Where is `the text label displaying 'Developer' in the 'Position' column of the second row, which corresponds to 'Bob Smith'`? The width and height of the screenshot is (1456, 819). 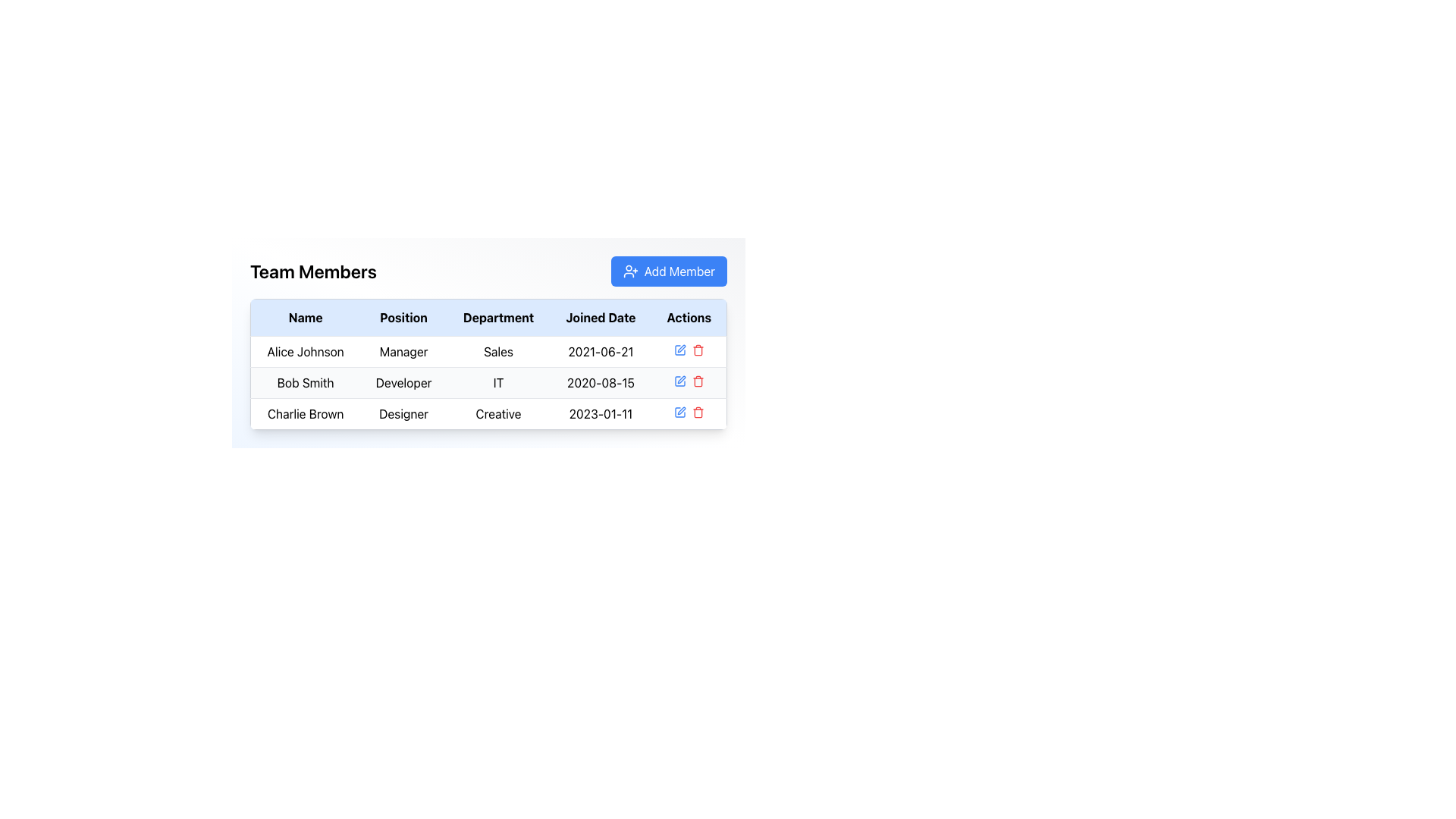 the text label displaying 'Developer' in the 'Position' column of the second row, which corresponds to 'Bob Smith' is located at coordinates (403, 382).